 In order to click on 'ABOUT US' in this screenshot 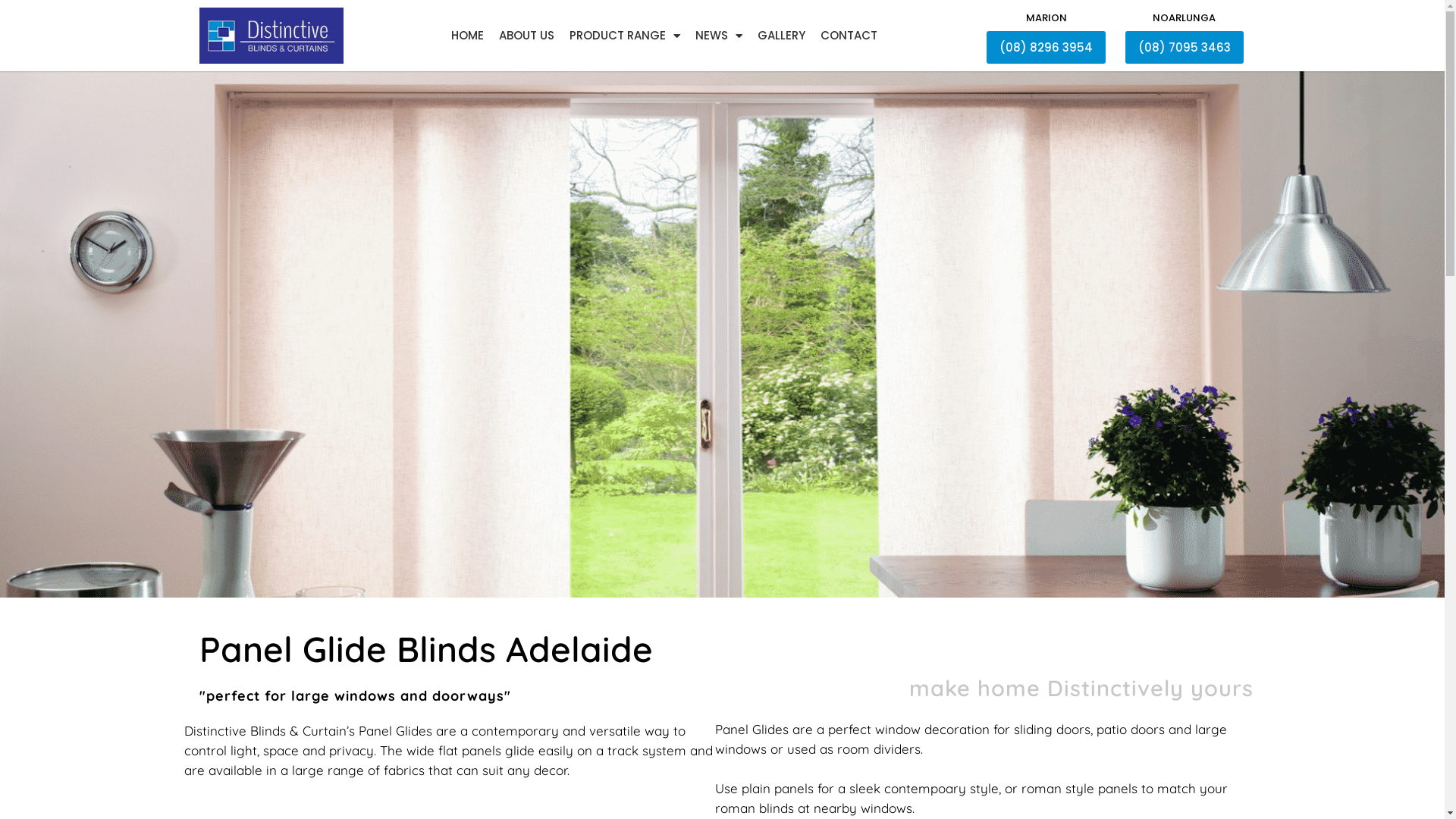, I will do `click(526, 34)`.